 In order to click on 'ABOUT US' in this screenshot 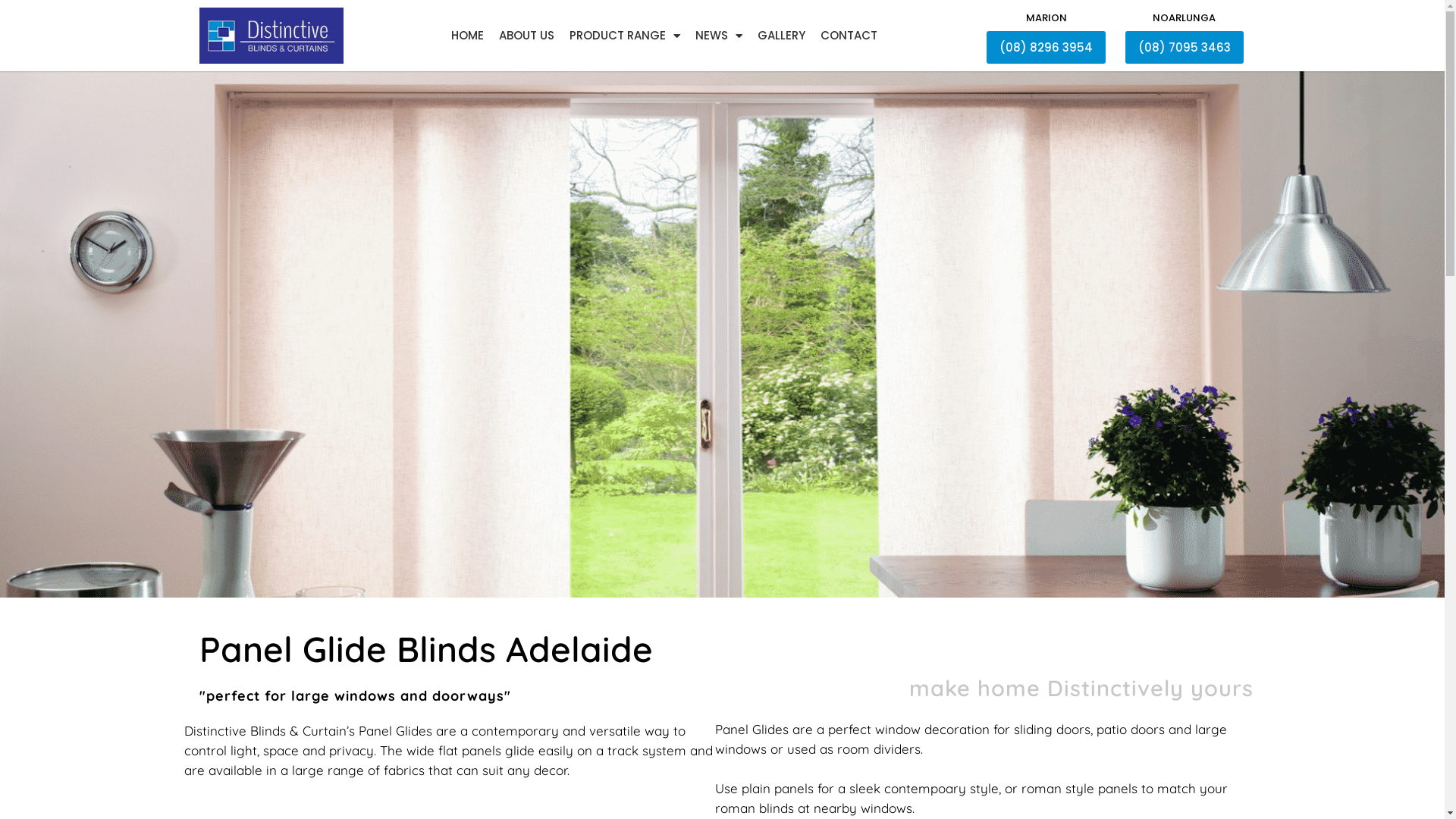, I will do `click(526, 34)`.